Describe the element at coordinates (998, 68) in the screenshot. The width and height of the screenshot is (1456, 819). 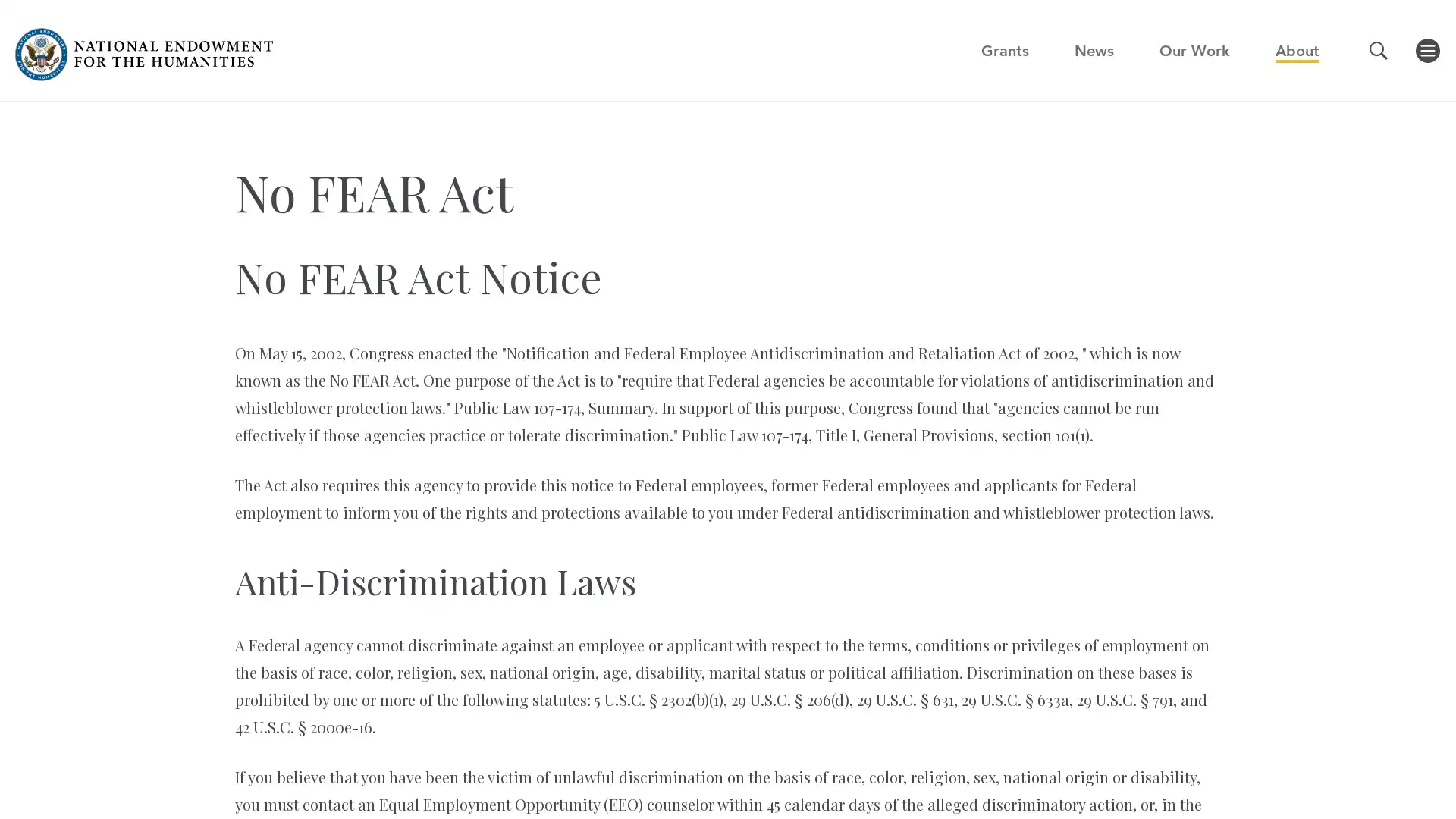
I see `GO` at that location.